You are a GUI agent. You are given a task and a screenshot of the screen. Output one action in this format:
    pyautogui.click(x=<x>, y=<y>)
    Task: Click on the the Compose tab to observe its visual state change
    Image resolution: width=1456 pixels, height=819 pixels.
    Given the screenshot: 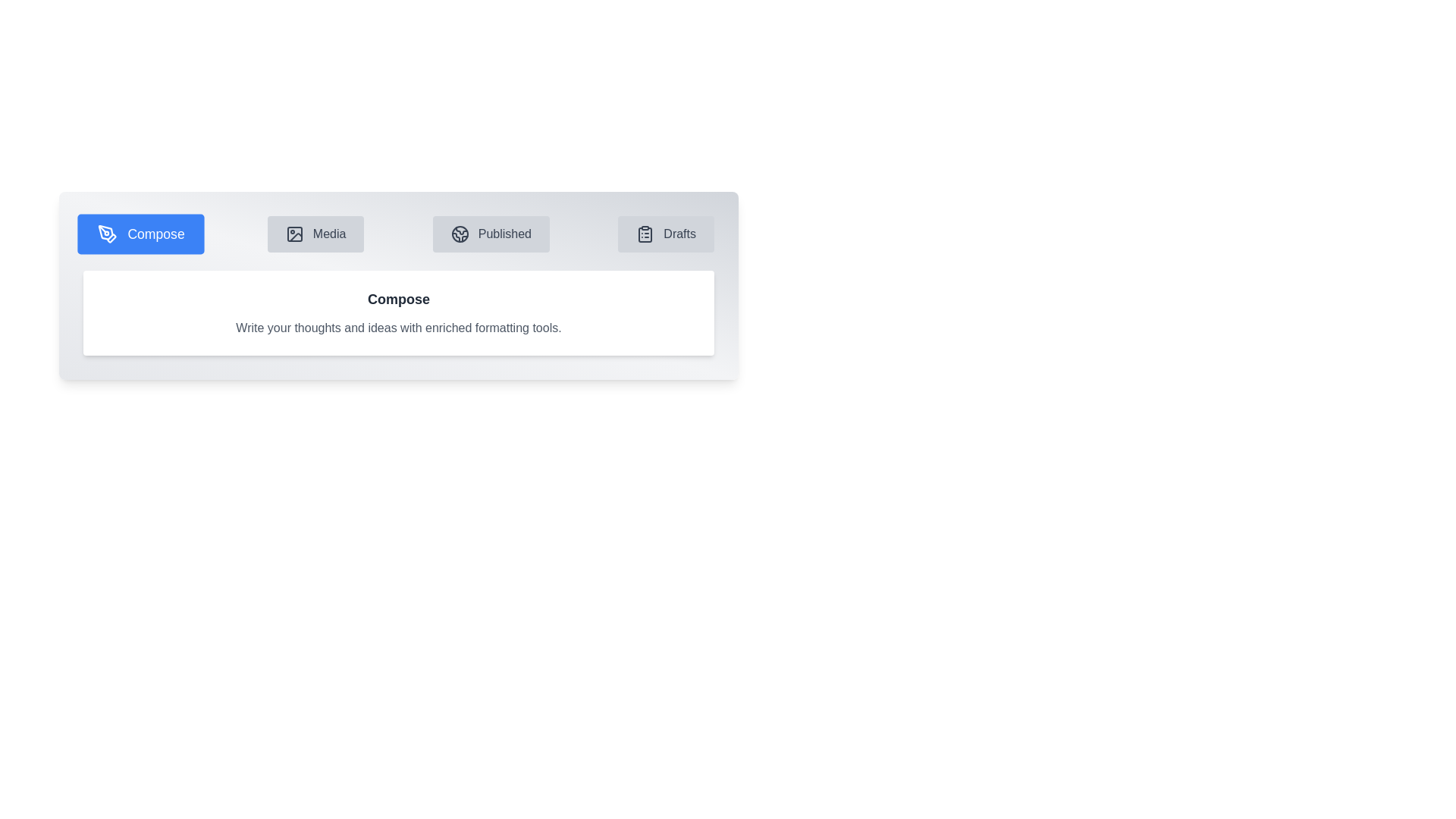 What is the action you would take?
    pyautogui.click(x=141, y=234)
    